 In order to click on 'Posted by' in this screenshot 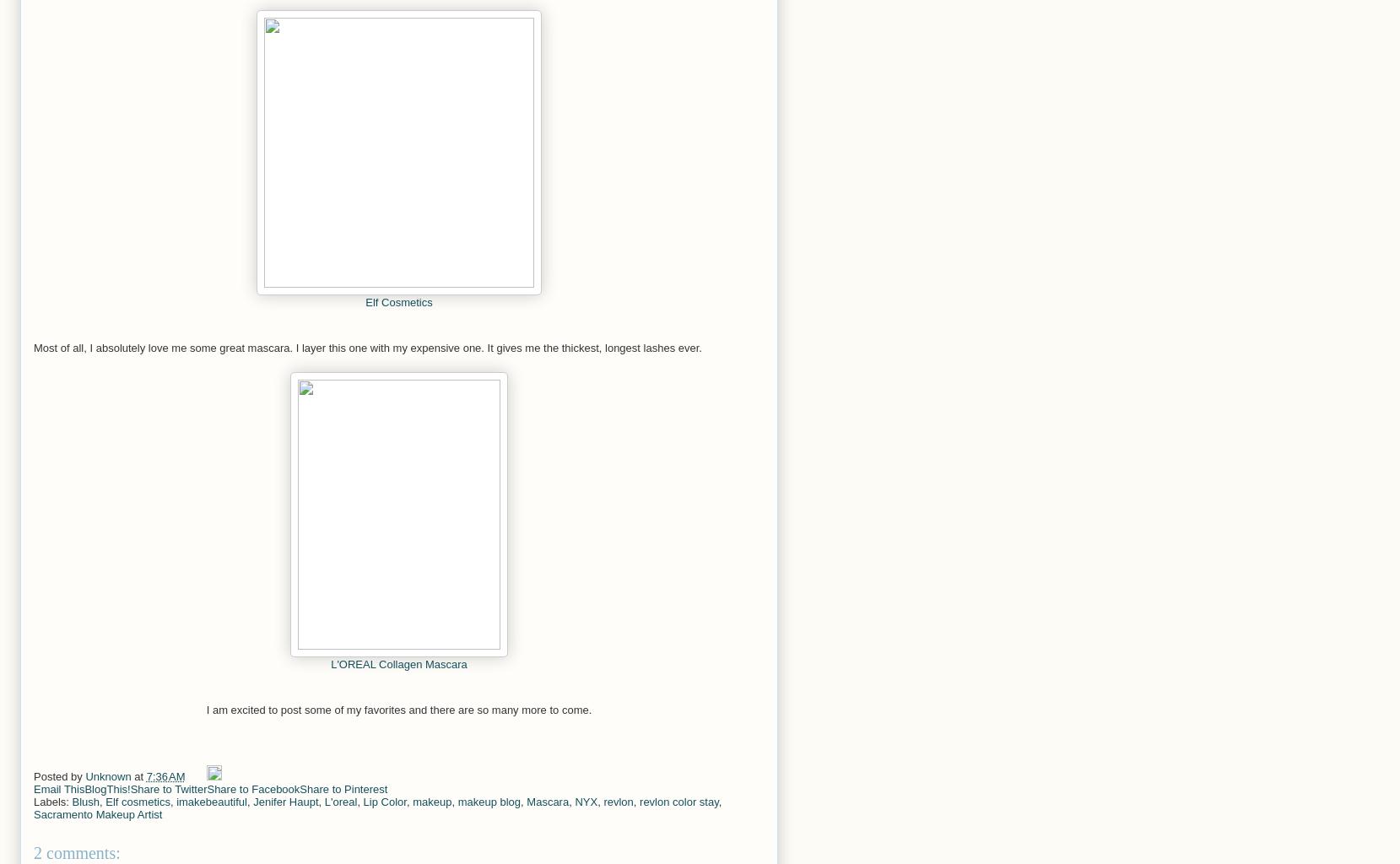, I will do `click(58, 775)`.